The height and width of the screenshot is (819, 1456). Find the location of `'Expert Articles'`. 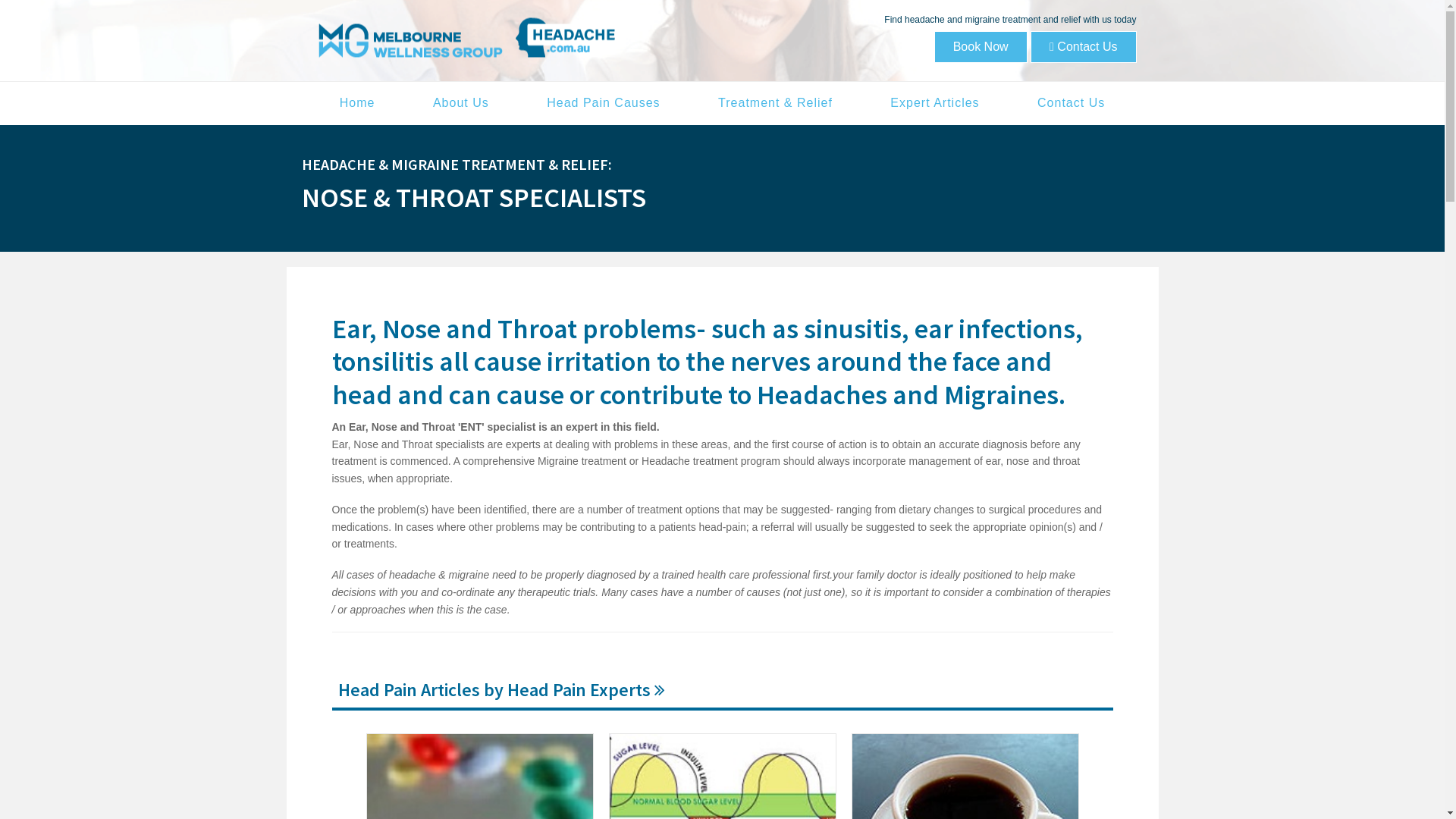

'Expert Articles' is located at coordinates (934, 102).